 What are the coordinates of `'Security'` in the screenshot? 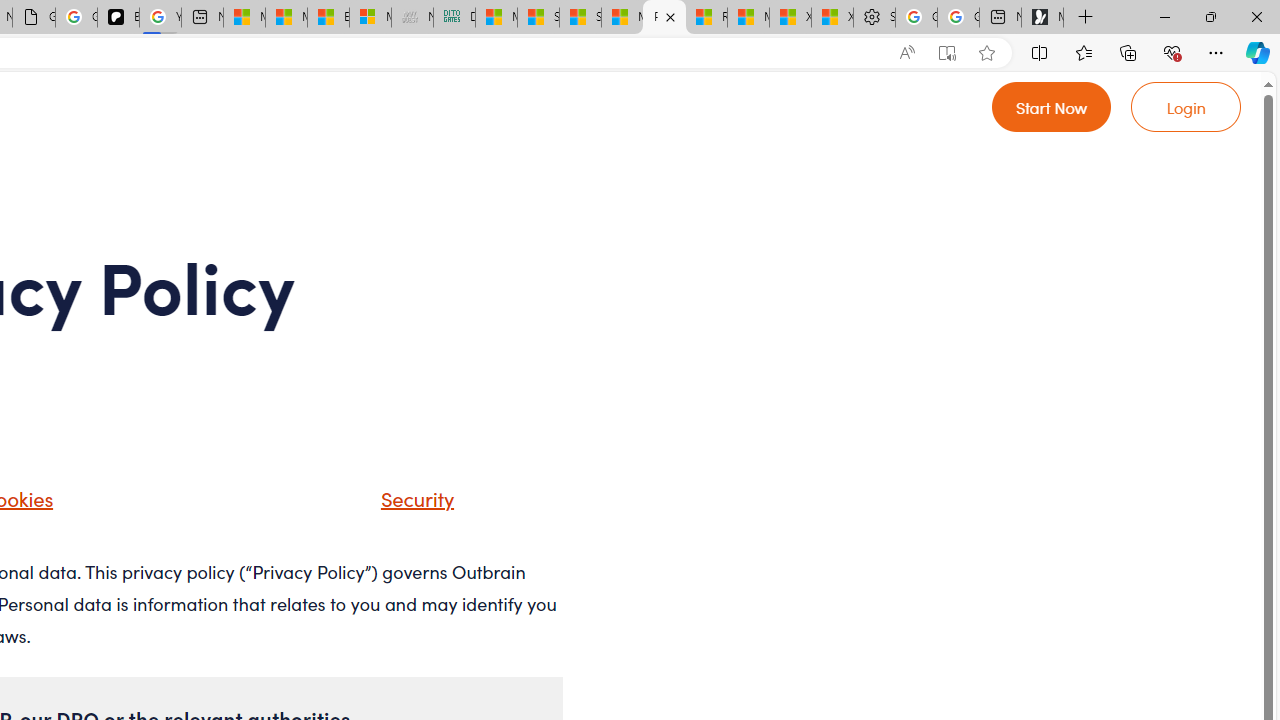 It's located at (411, 496).